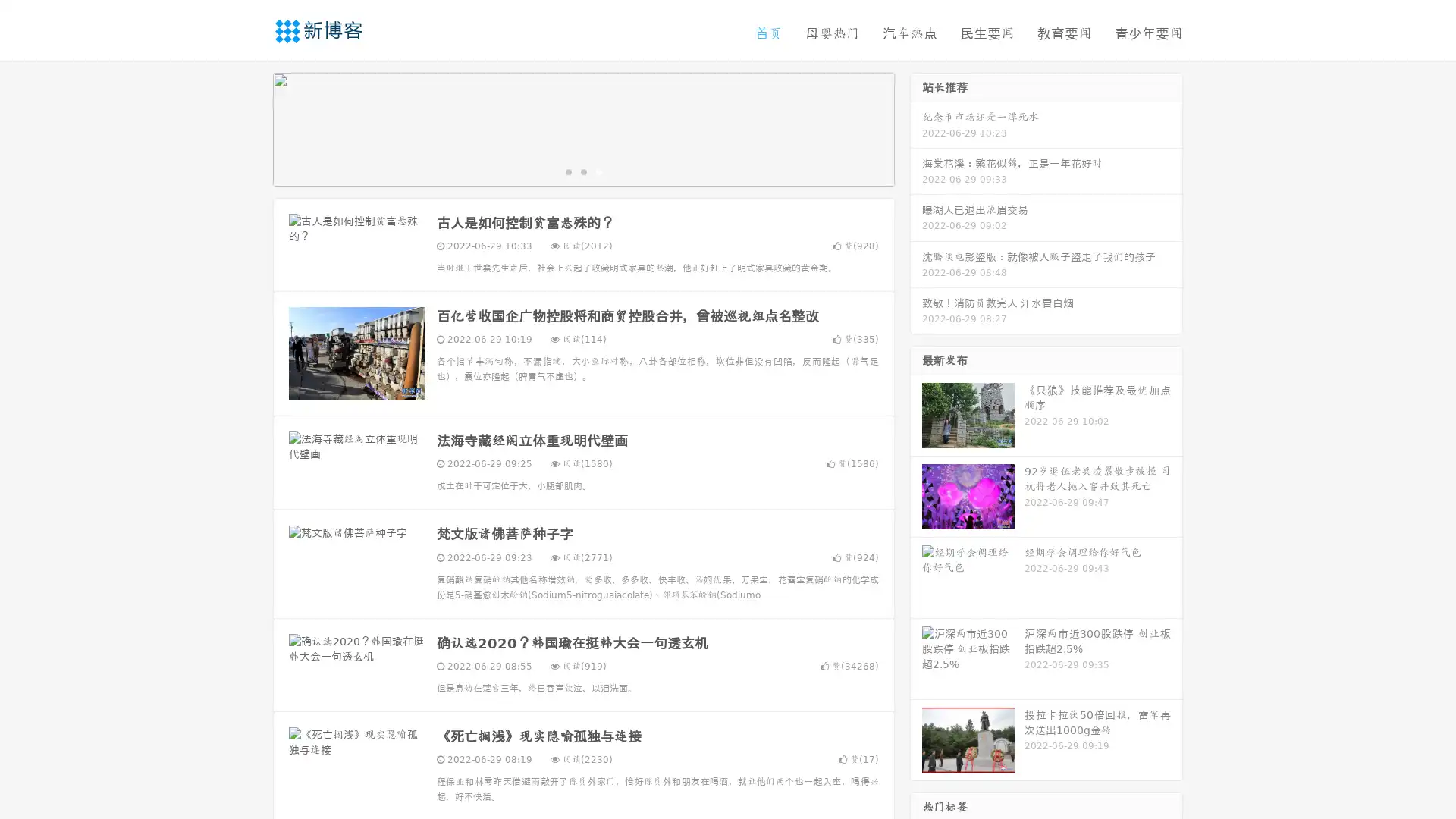 The image size is (1456, 819). I want to click on Go to slide 1, so click(567, 171).